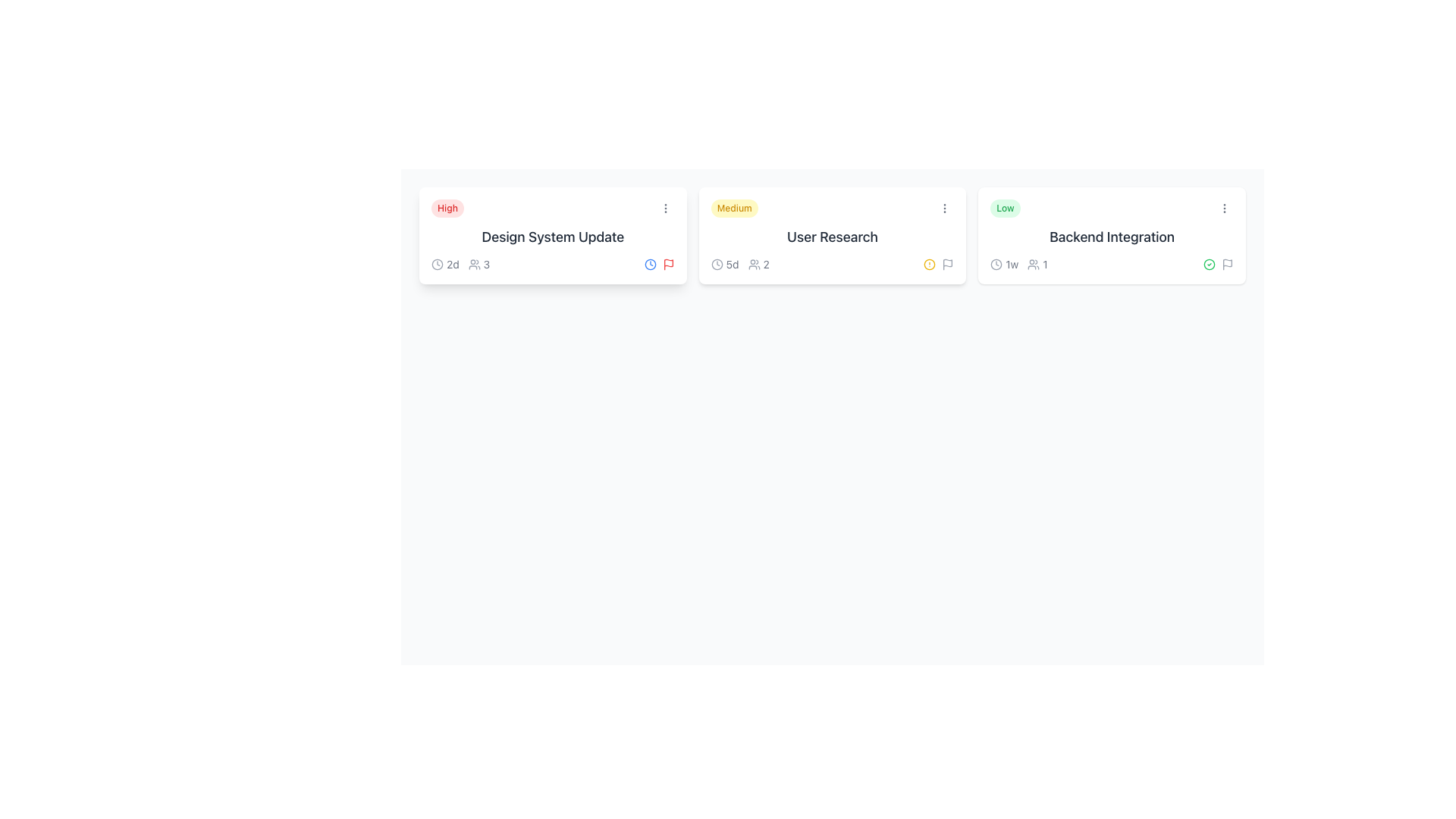  Describe the element at coordinates (1224, 208) in the screenshot. I see `the icon button consisting of three vertically aligned grey dots, located in the top right corner of the 'Backend Integration' card` at that location.